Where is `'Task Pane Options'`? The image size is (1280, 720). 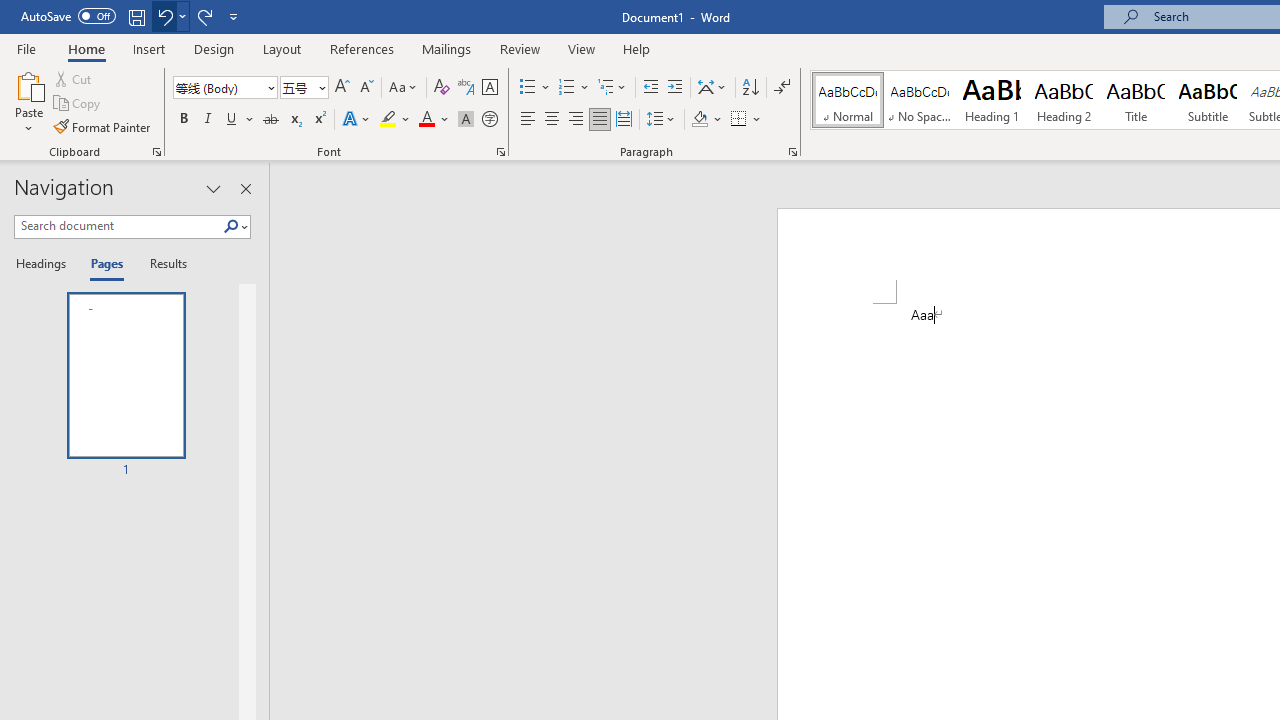 'Task Pane Options' is located at coordinates (214, 189).